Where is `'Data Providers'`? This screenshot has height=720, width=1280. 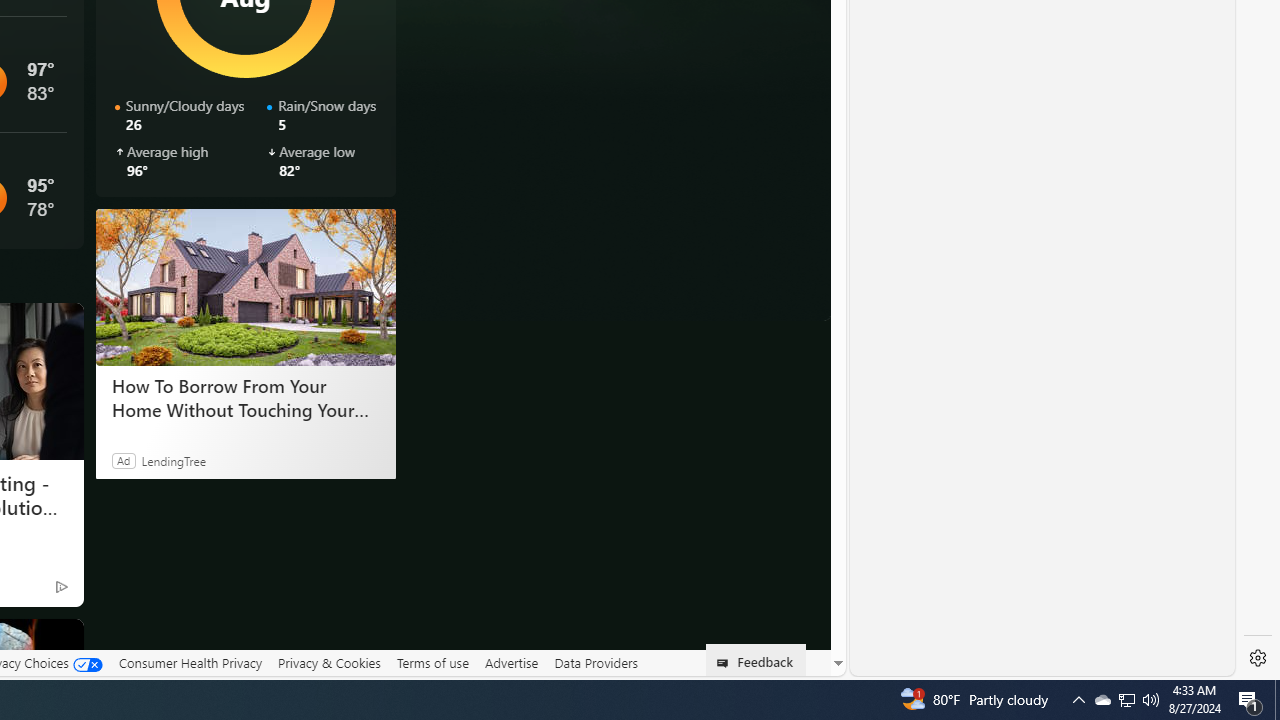 'Data Providers' is located at coordinates (594, 662).